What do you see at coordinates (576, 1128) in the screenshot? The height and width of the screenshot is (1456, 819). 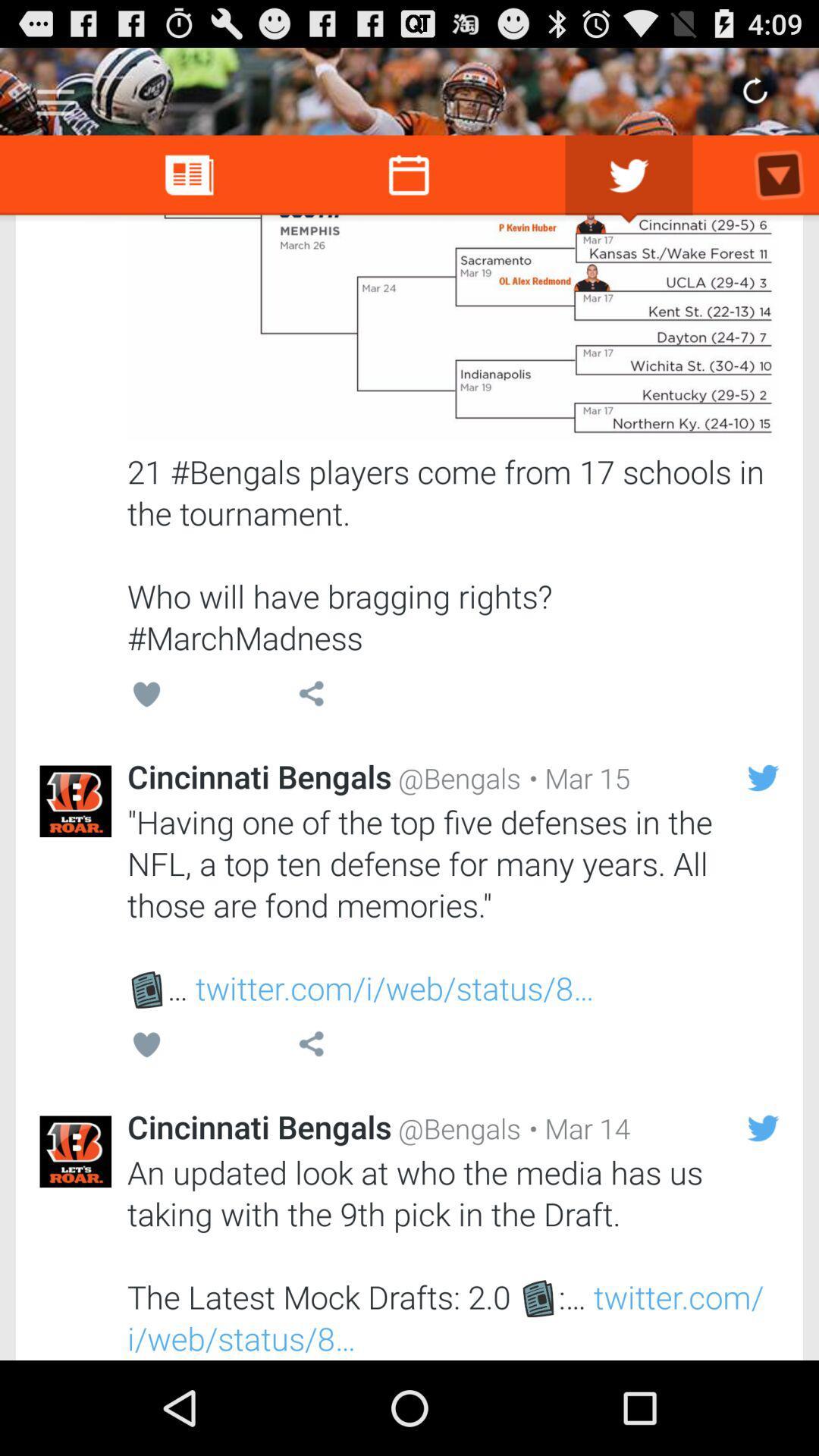 I see `item to the right of the @bengals` at bounding box center [576, 1128].